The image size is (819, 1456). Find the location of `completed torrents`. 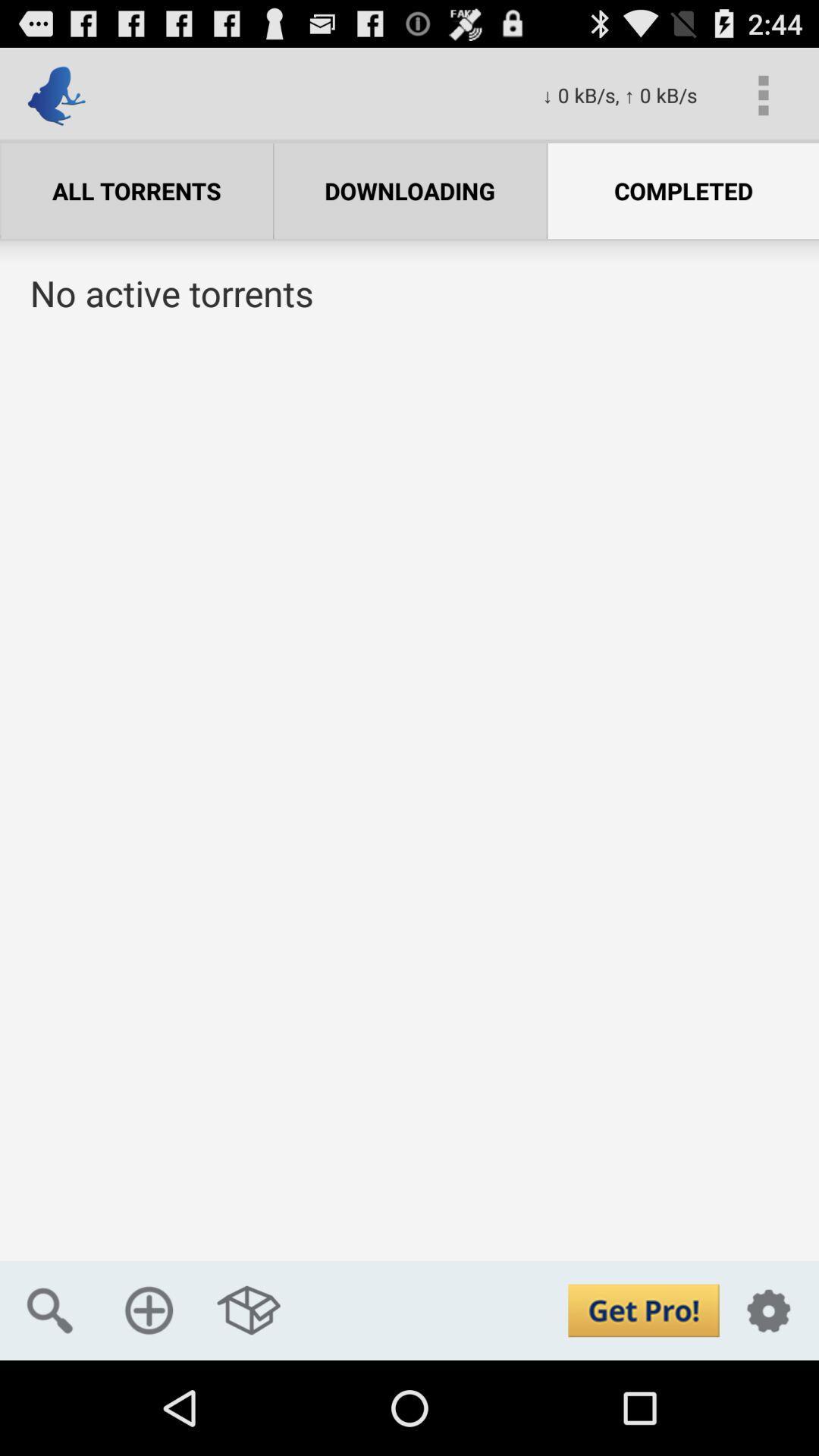

completed torrents is located at coordinates (409, 803).